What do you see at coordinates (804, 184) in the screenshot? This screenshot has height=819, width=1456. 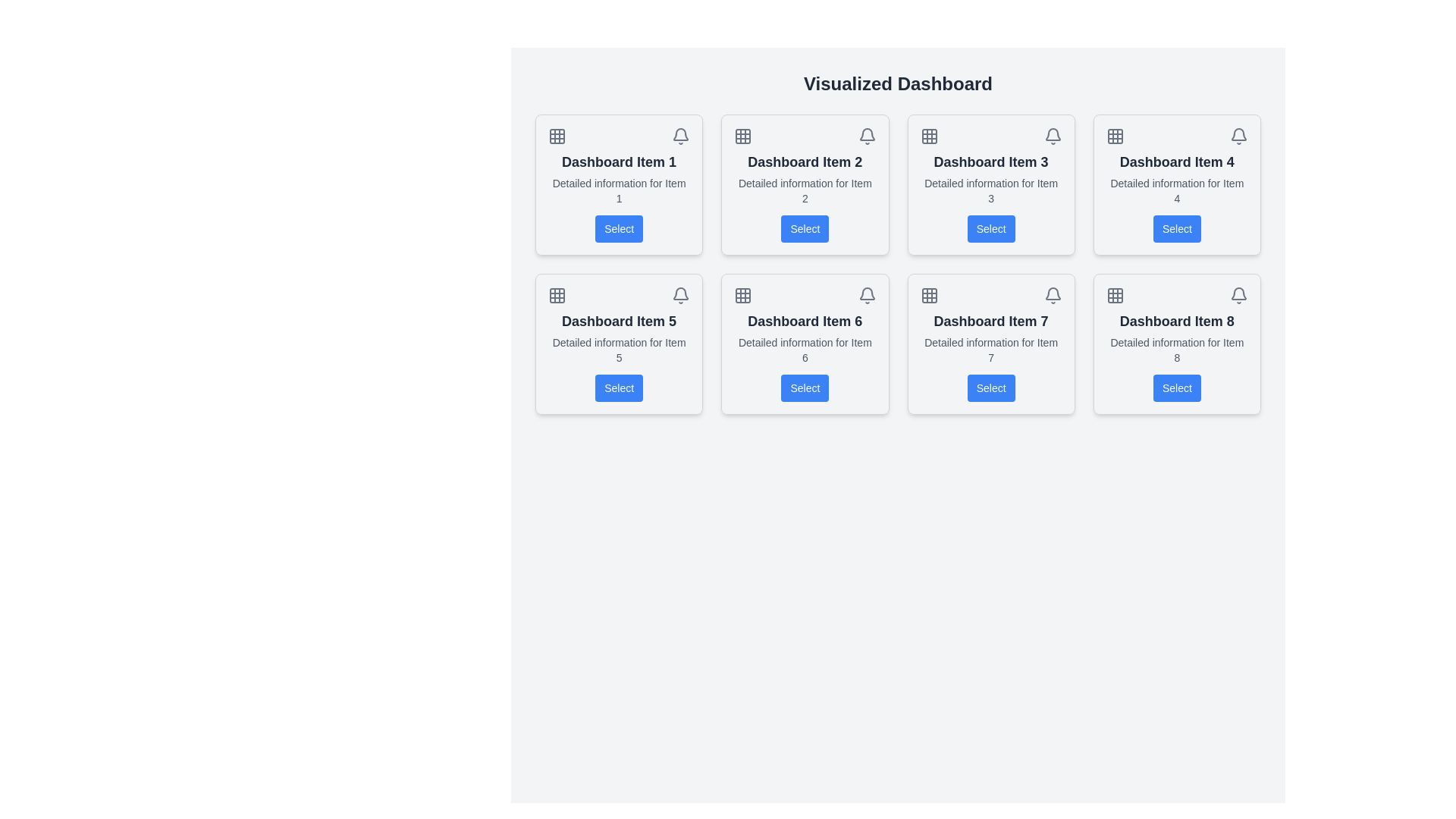 I see `the second card in the primary grid layout, which contains a header with two icons, a bold title 'Dashboard Item 2', and a blue 'Select' button` at bounding box center [804, 184].